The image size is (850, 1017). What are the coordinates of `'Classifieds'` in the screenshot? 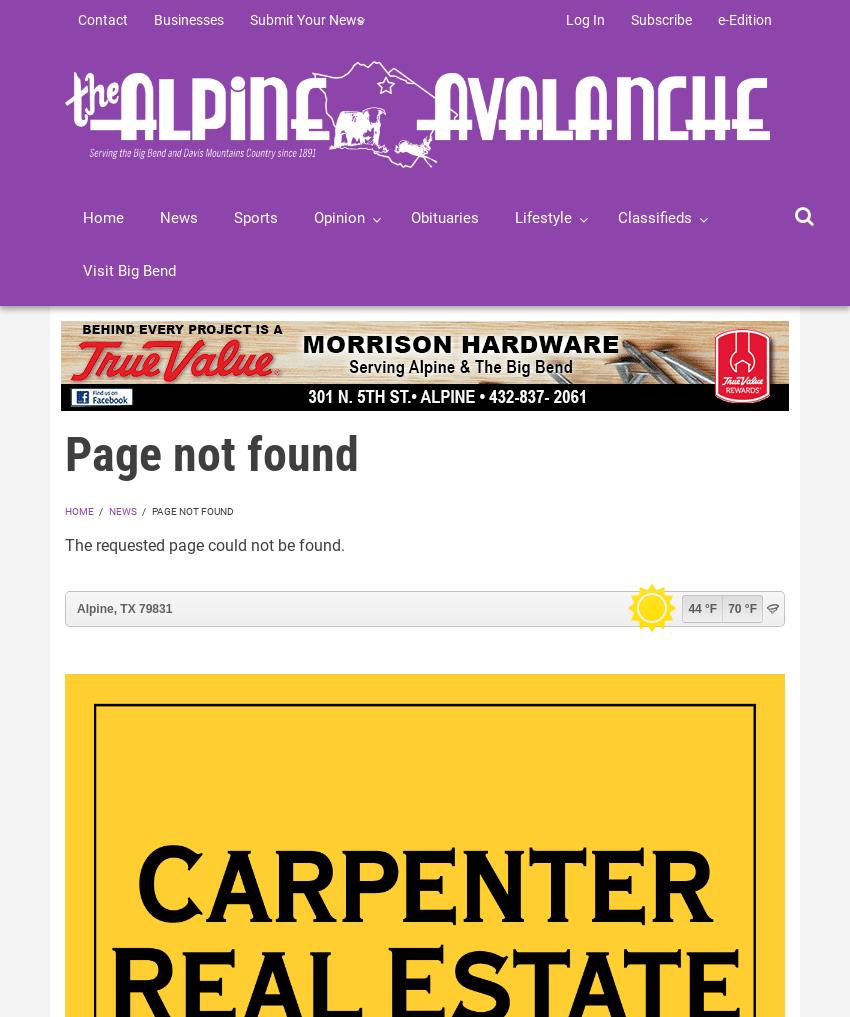 It's located at (655, 218).